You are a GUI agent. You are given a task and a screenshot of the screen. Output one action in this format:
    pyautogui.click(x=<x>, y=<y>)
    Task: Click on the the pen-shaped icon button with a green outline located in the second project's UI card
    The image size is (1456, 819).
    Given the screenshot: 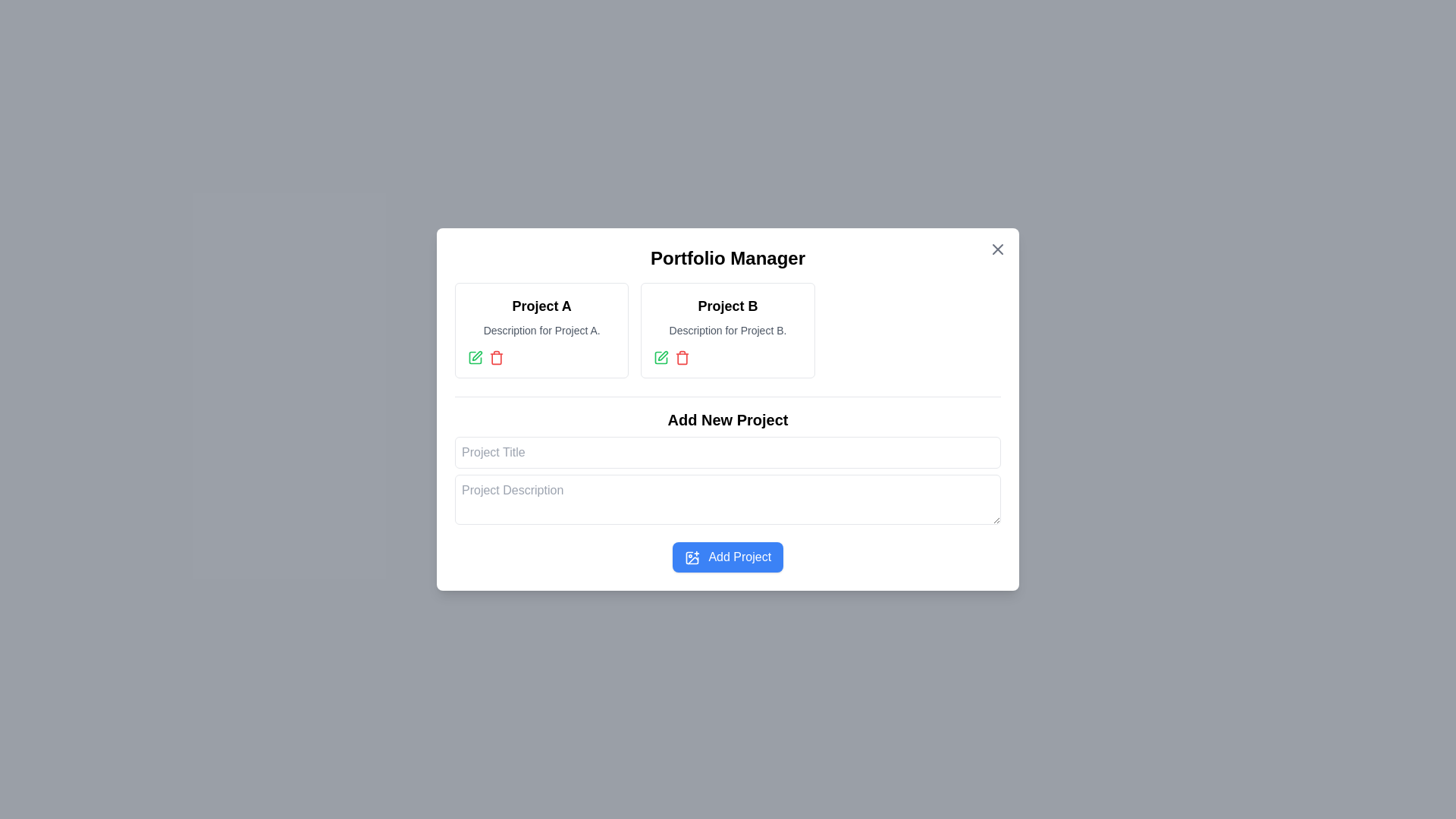 What is the action you would take?
    pyautogui.click(x=663, y=356)
    